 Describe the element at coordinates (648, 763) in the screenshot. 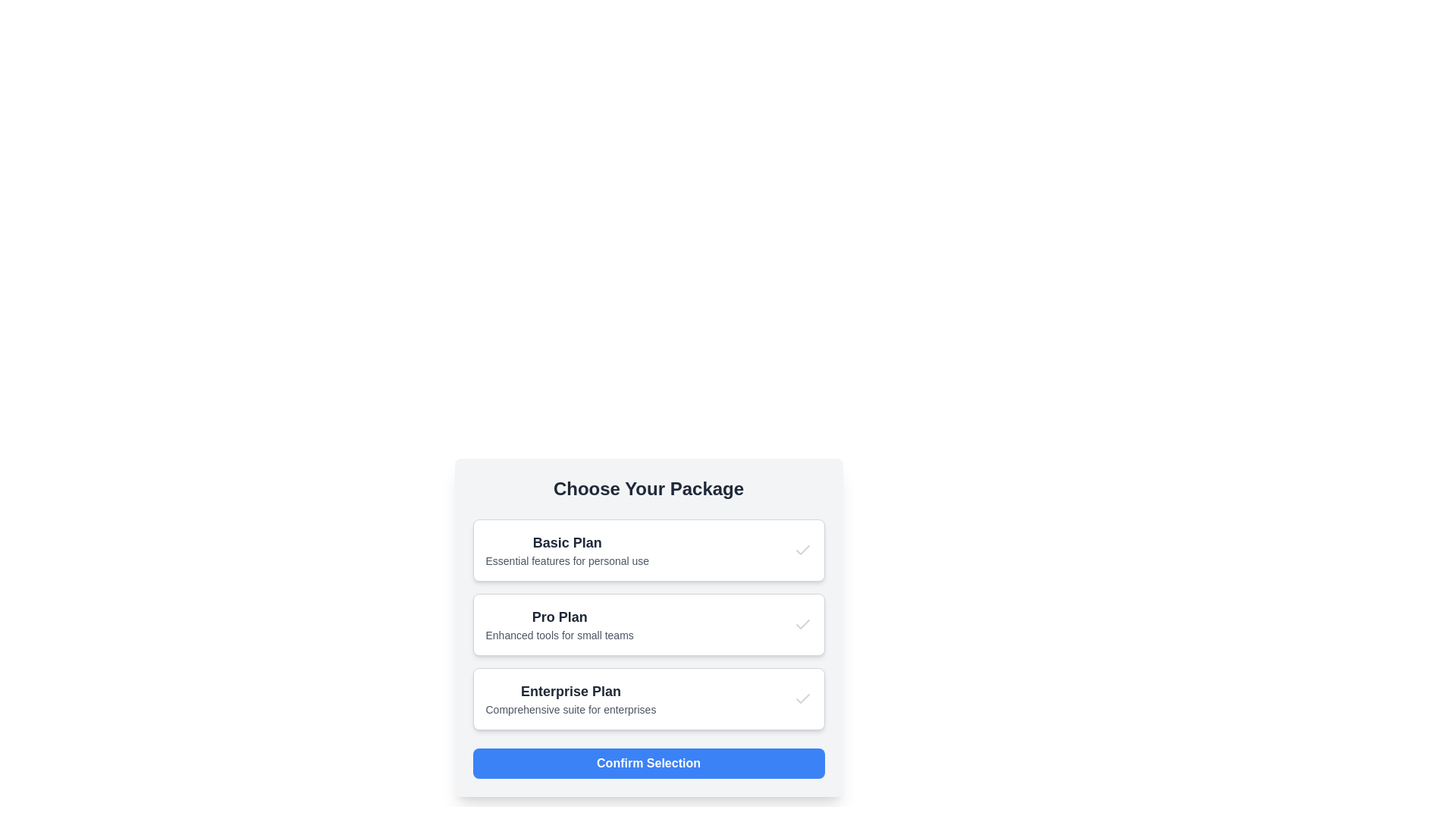

I see `the confirm button located at the bottom of the 'Choose Your Package' section to confirm the user's selection from the package options` at that location.